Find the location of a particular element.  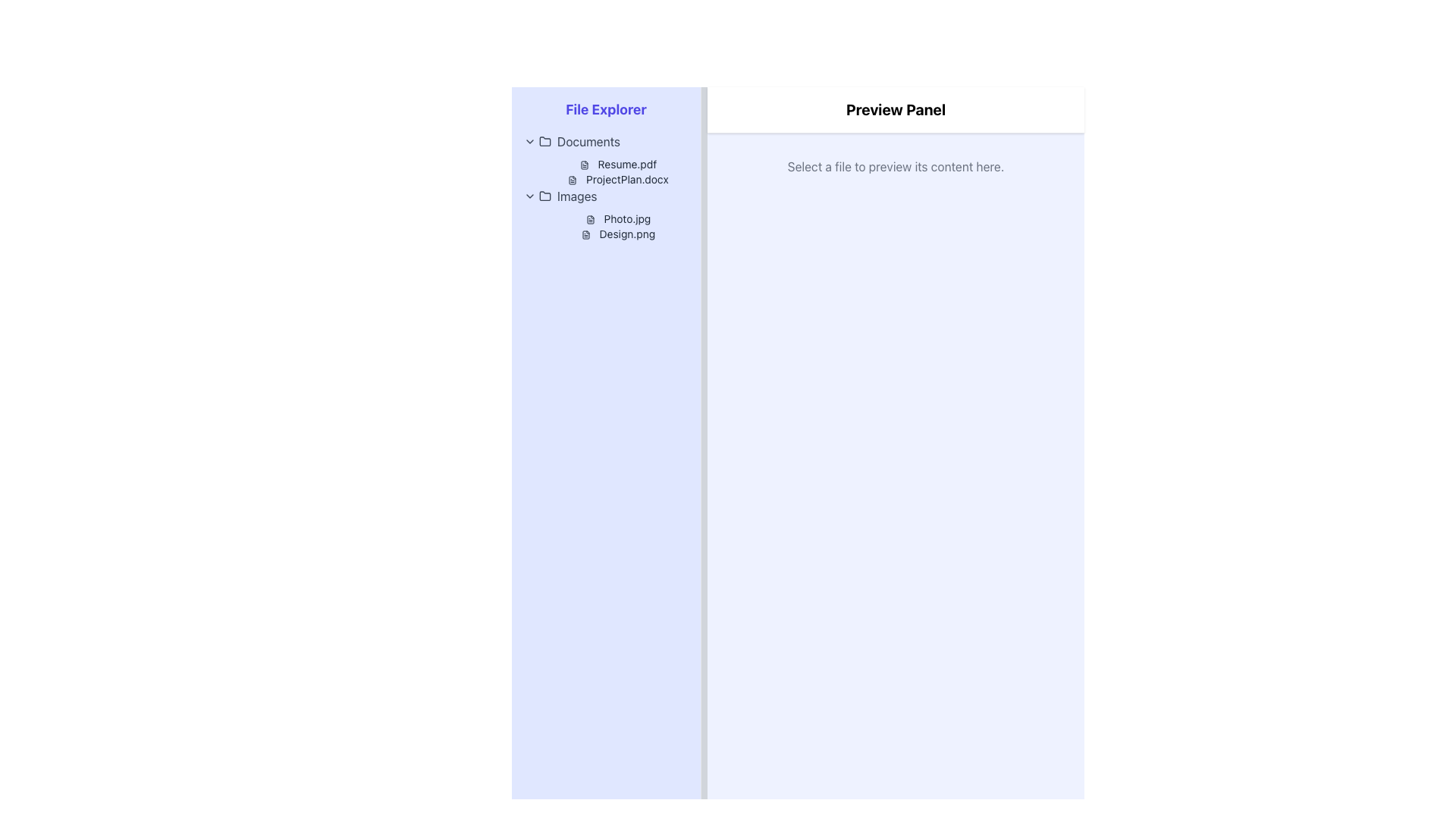

the file icon with rounded edges located immediately to the left of 'ProjectPlan.docx' in the 'File Explorer' panel is located at coordinates (572, 180).